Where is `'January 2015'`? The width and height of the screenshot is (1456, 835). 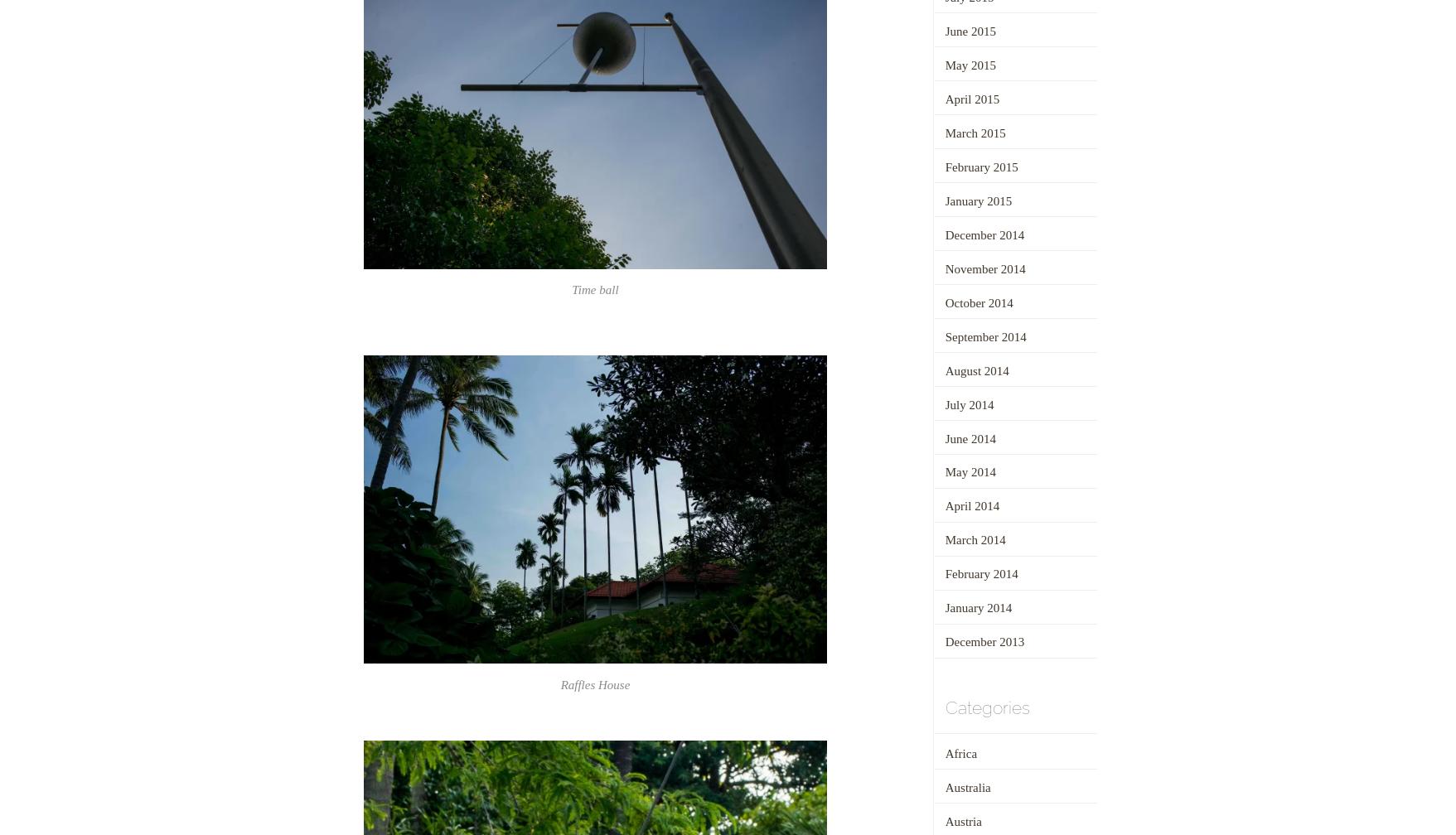 'January 2015' is located at coordinates (943, 200).